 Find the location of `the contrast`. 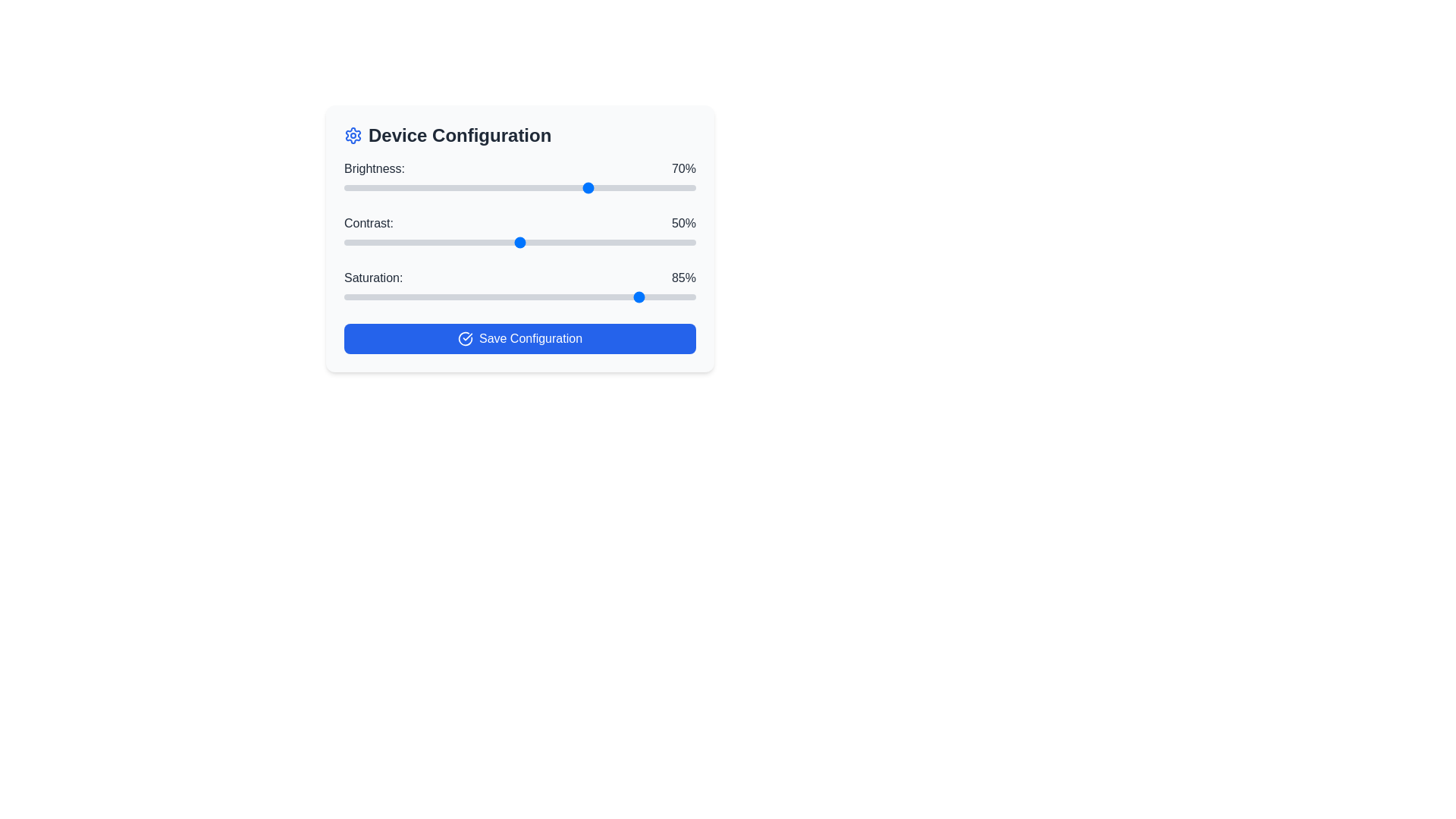

the contrast is located at coordinates (449, 242).